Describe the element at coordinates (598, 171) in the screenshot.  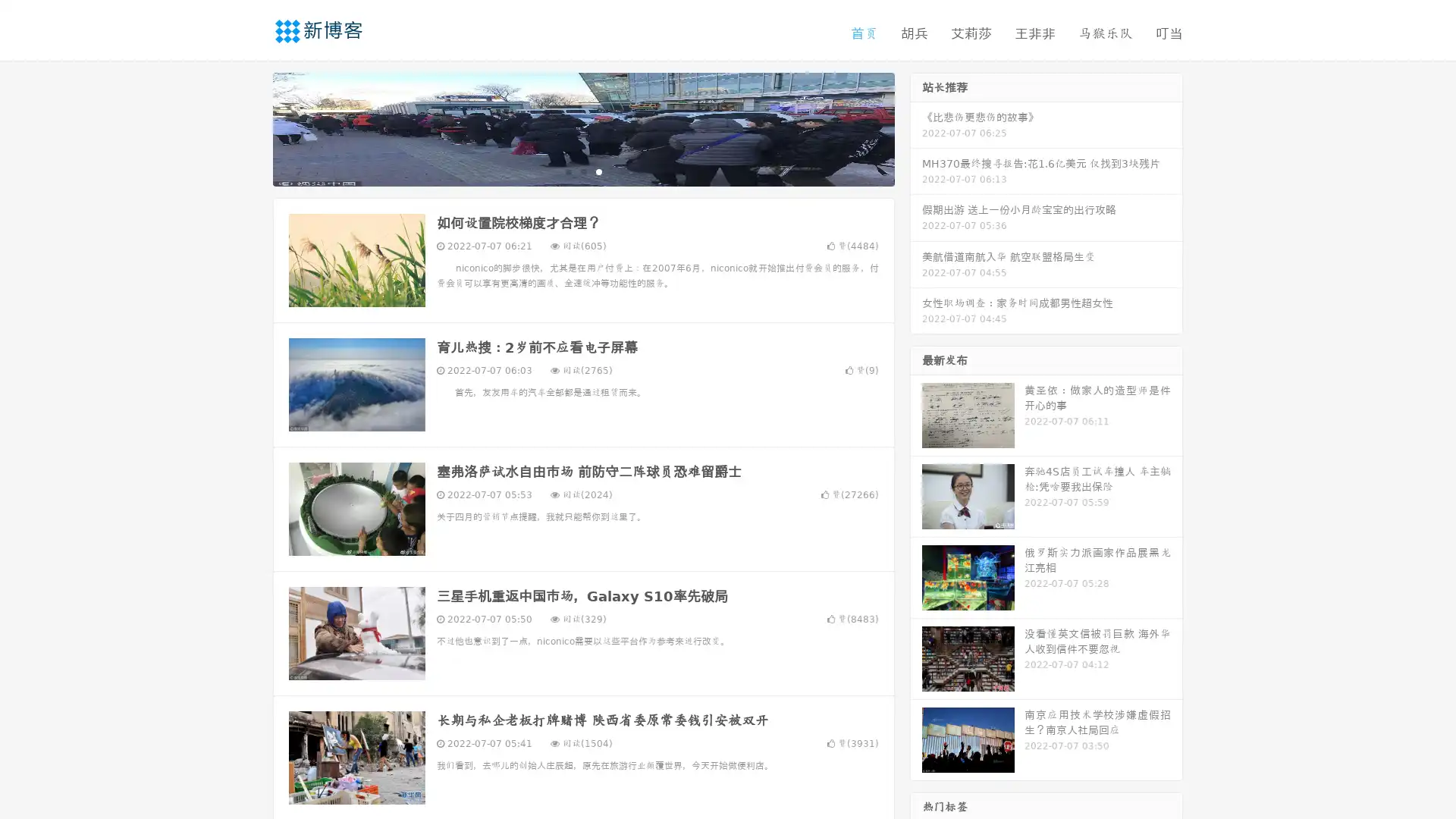
I see `Go to slide 3` at that location.